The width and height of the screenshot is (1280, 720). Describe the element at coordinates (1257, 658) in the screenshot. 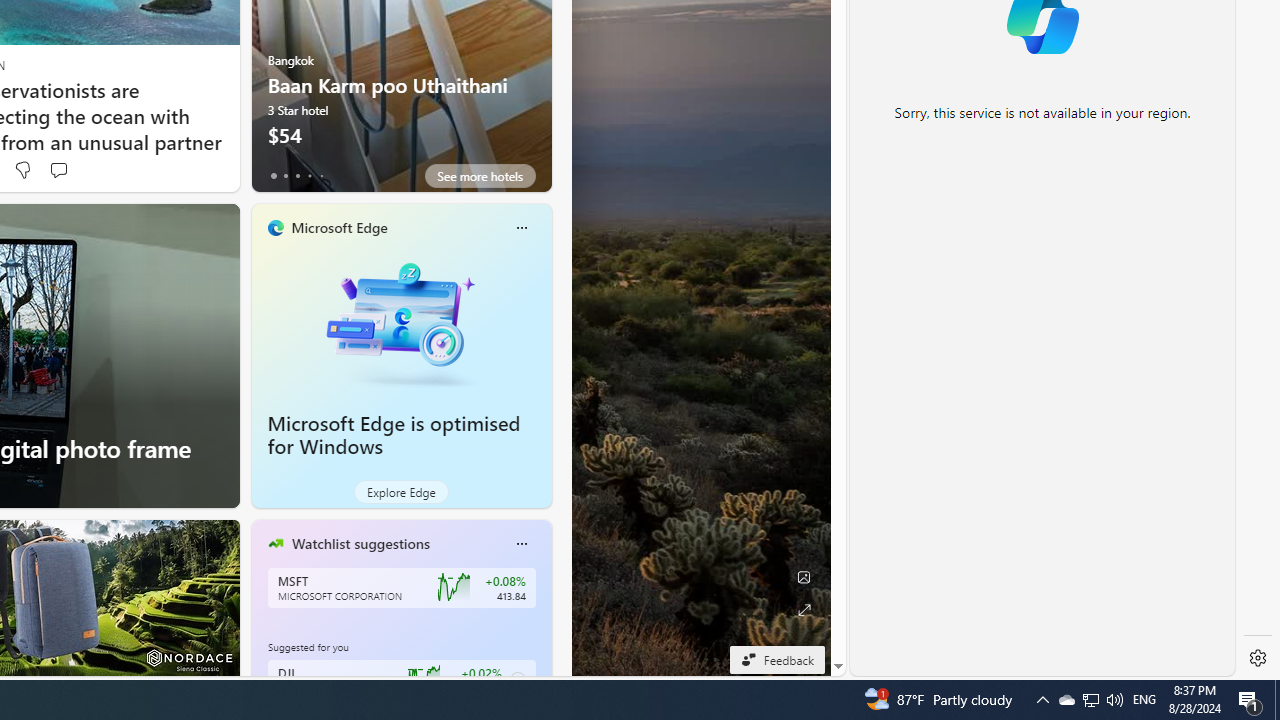

I see `'Settings'` at that location.